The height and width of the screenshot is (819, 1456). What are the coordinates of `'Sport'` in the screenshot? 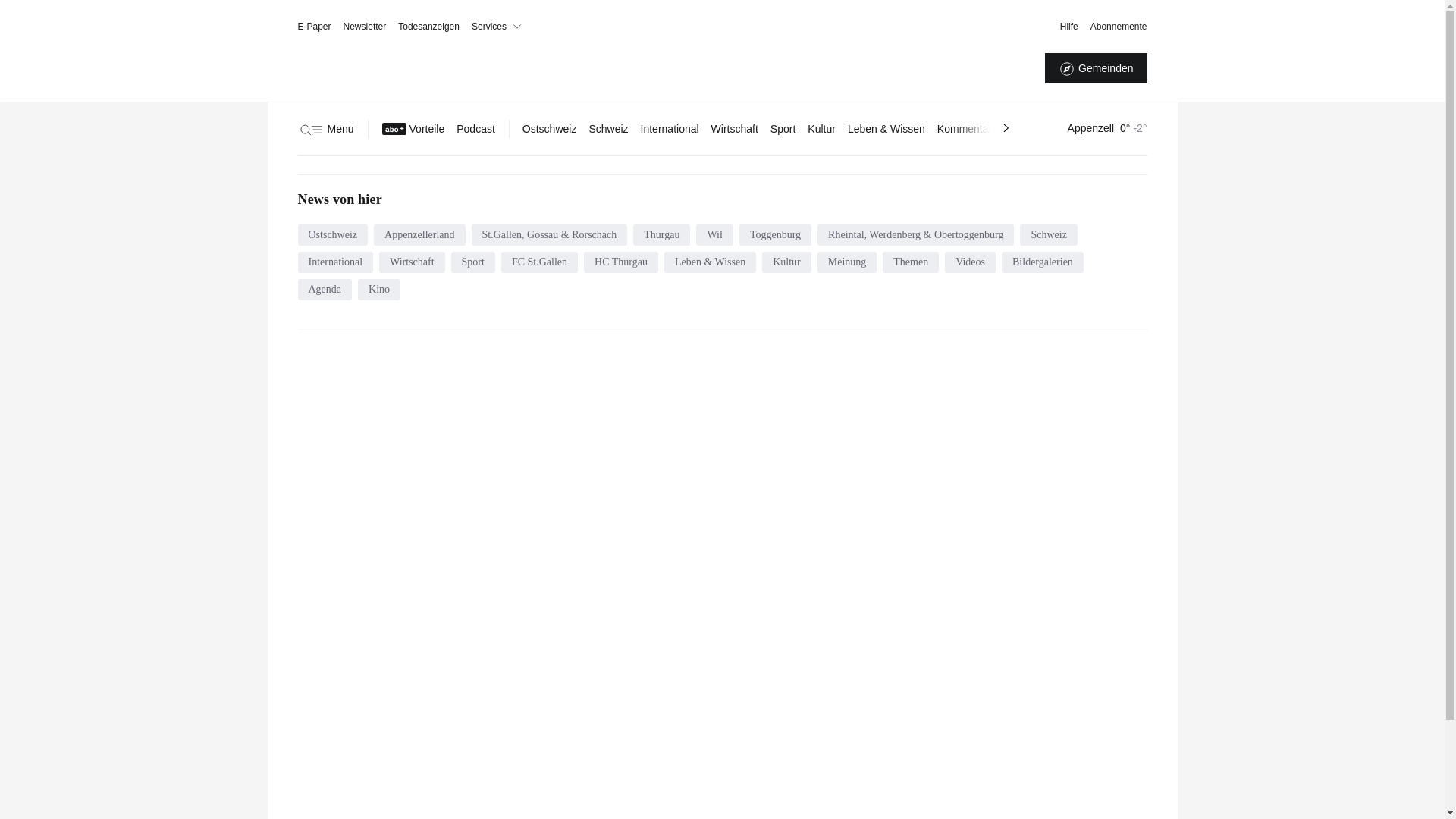 It's located at (472, 262).